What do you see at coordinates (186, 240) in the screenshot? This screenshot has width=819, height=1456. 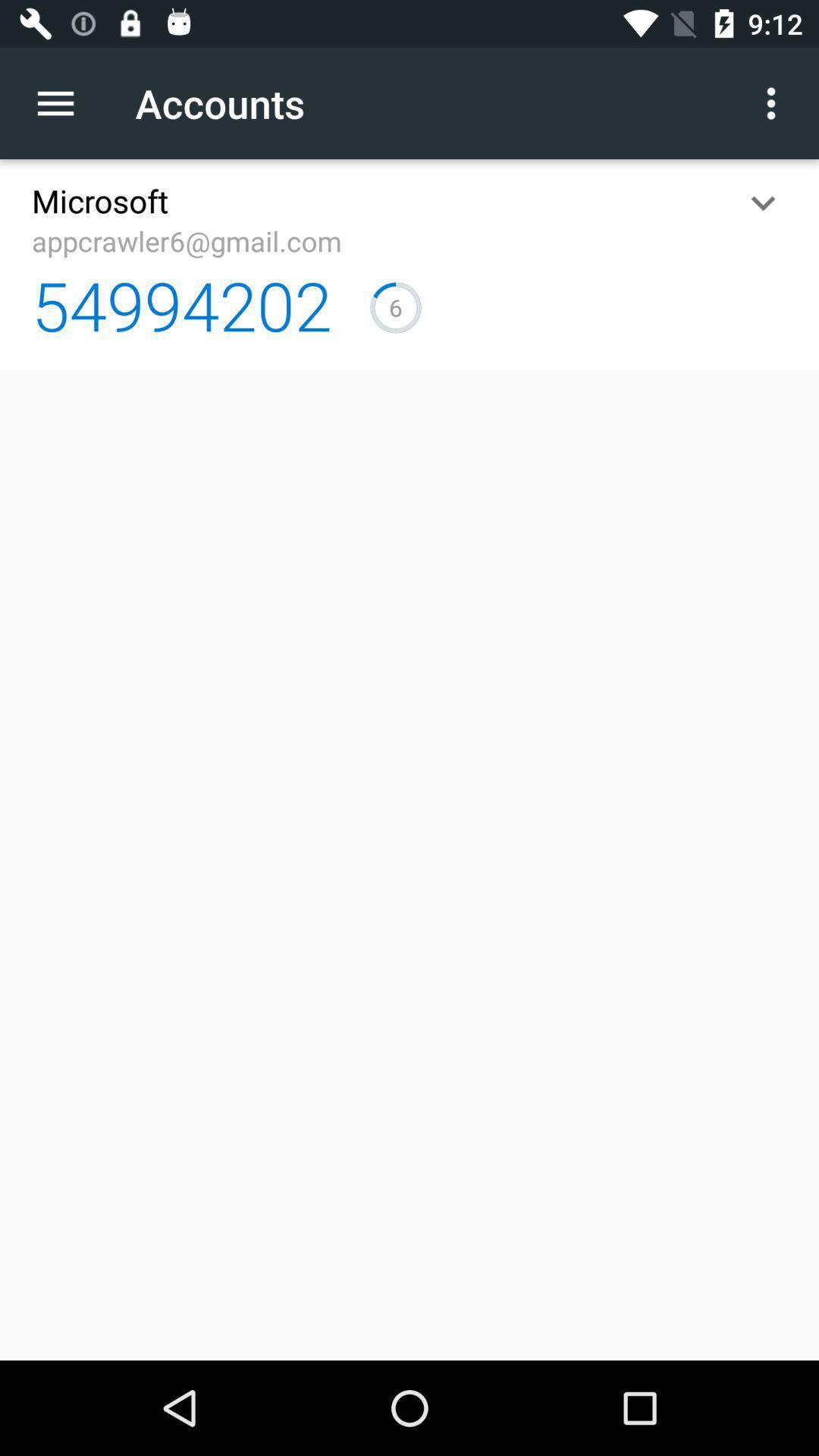 I see `the appcrawler6@gmail.com item` at bounding box center [186, 240].